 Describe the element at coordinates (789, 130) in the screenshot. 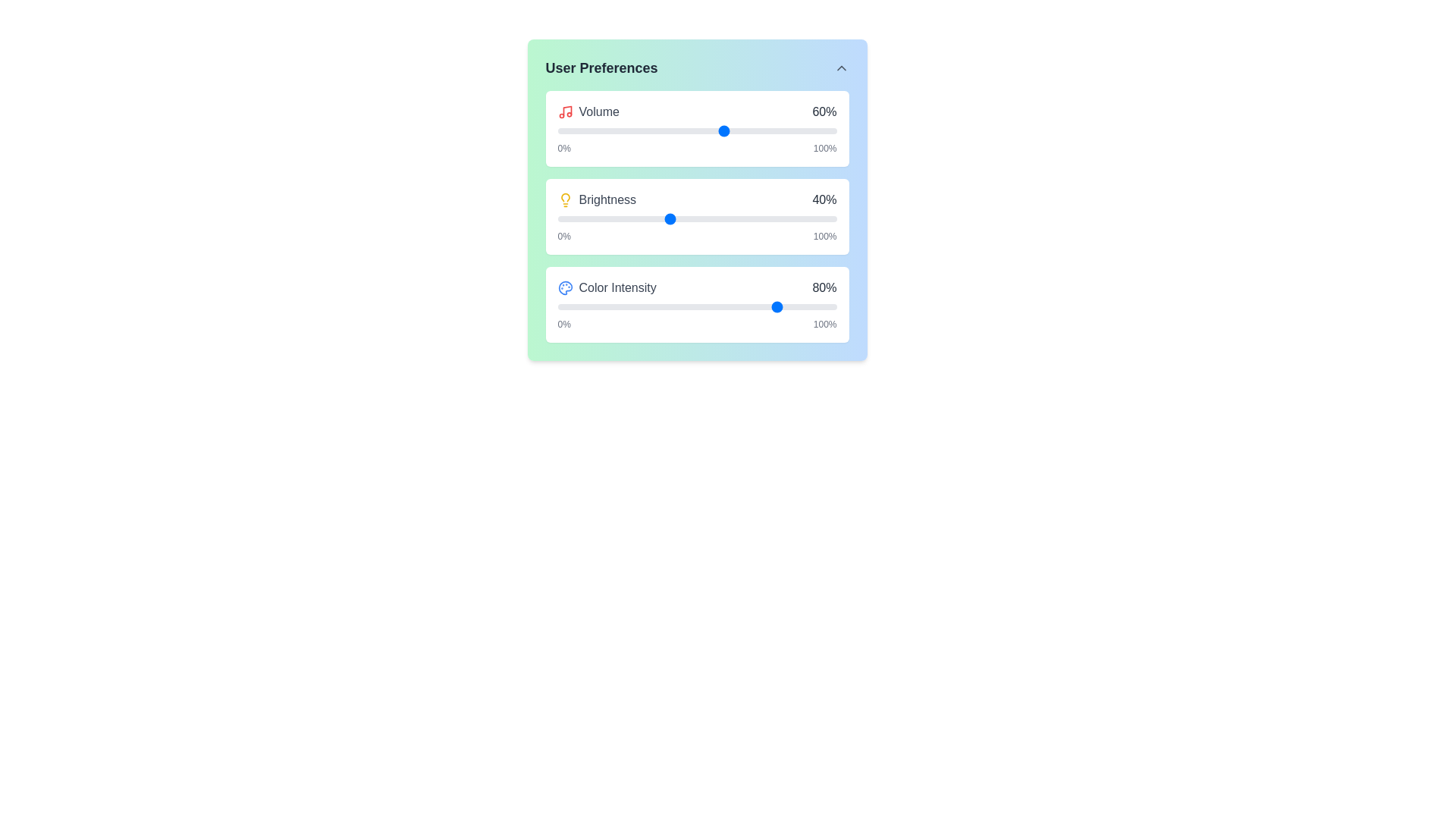

I see `the volume` at that location.